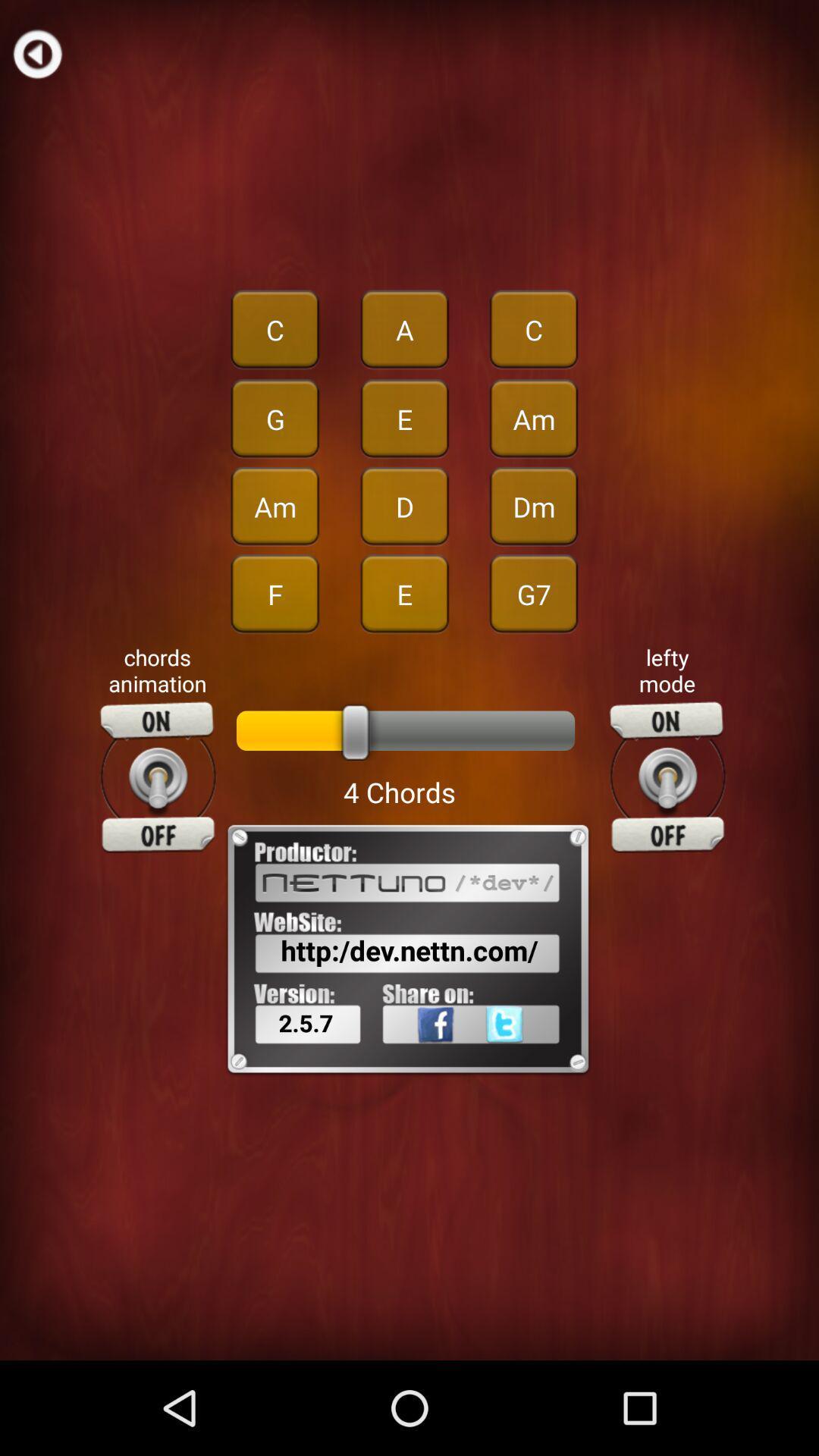 The width and height of the screenshot is (819, 1456). Describe the element at coordinates (158, 777) in the screenshot. I see `chords animation` at that location.